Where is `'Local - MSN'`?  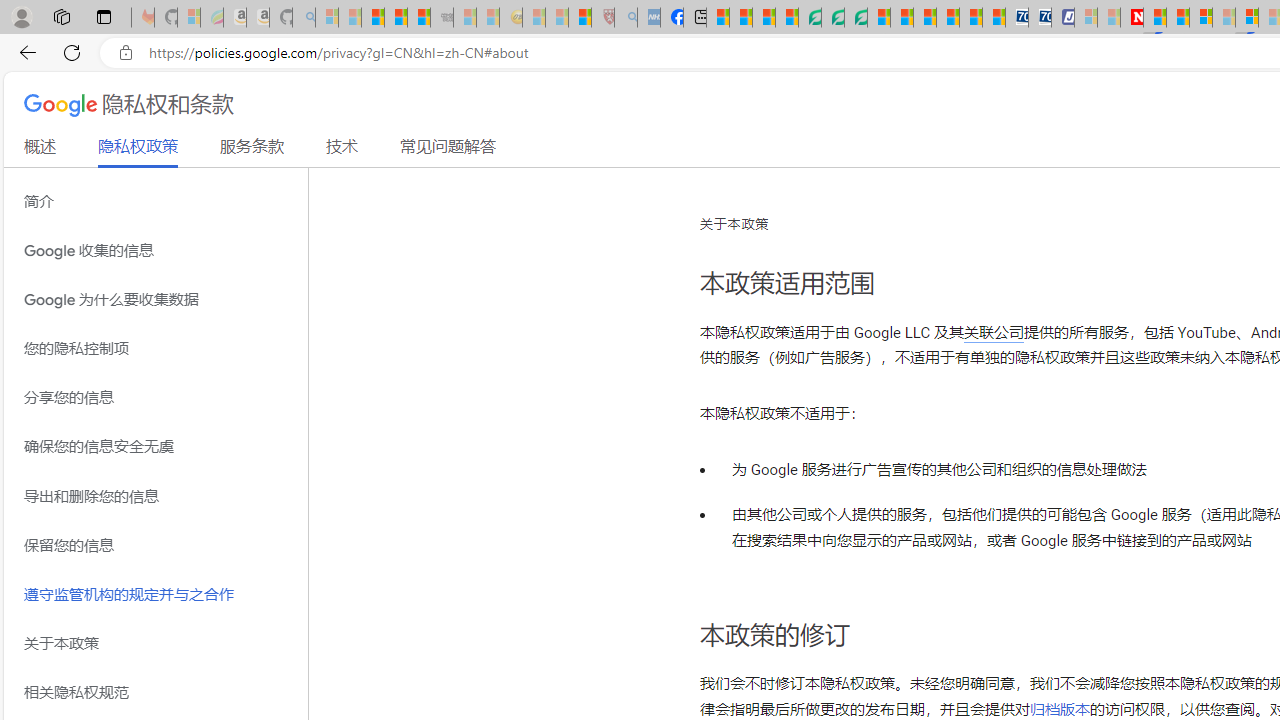 'Local - MSN' is located at coordinates (579, 17).